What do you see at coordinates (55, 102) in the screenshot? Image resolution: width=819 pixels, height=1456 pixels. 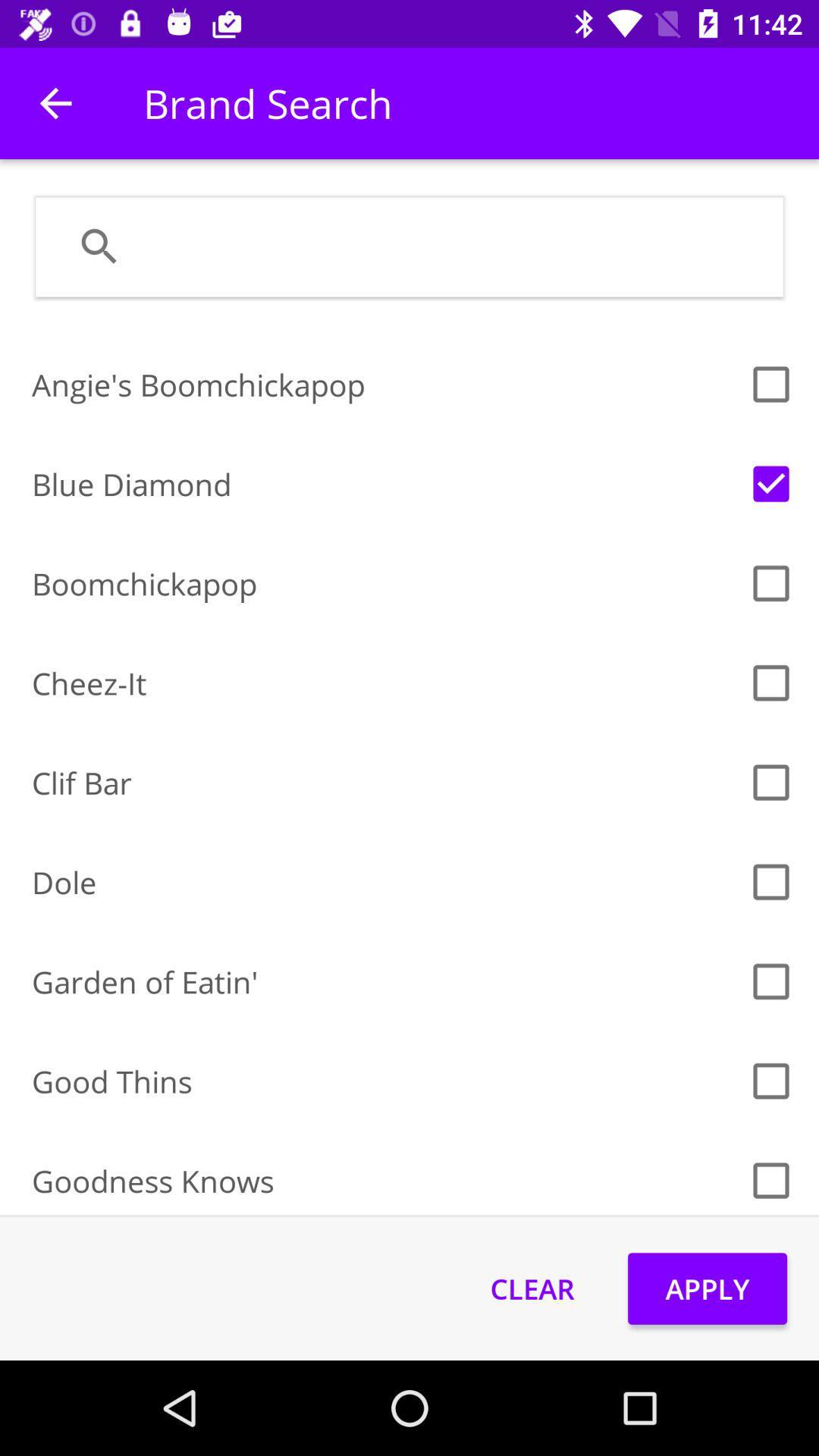 I see `go back` at bounding box center [55, 102].